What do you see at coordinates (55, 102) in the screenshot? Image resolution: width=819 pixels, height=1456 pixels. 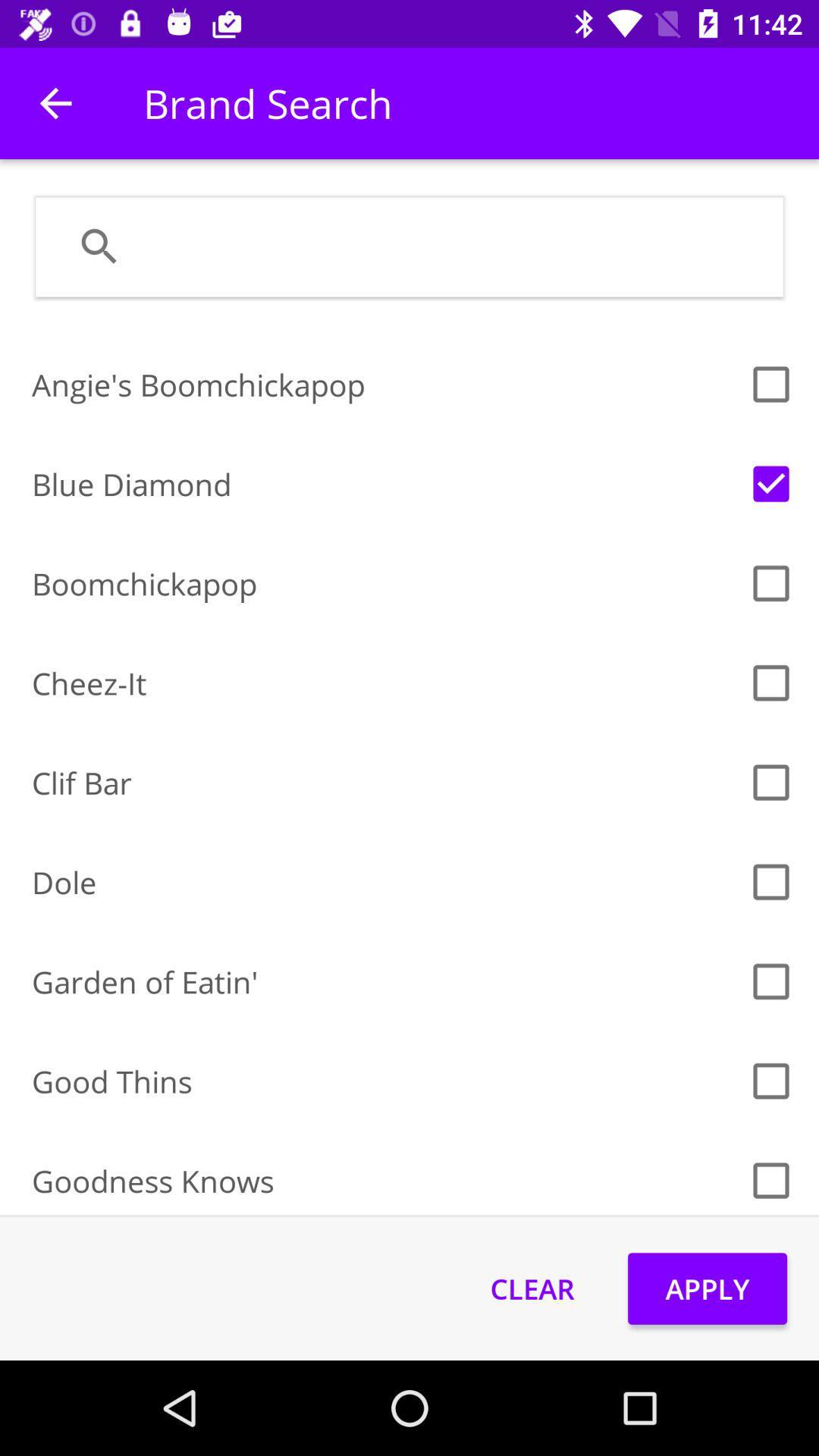 I see `go back` at bounding box center [55, 102].